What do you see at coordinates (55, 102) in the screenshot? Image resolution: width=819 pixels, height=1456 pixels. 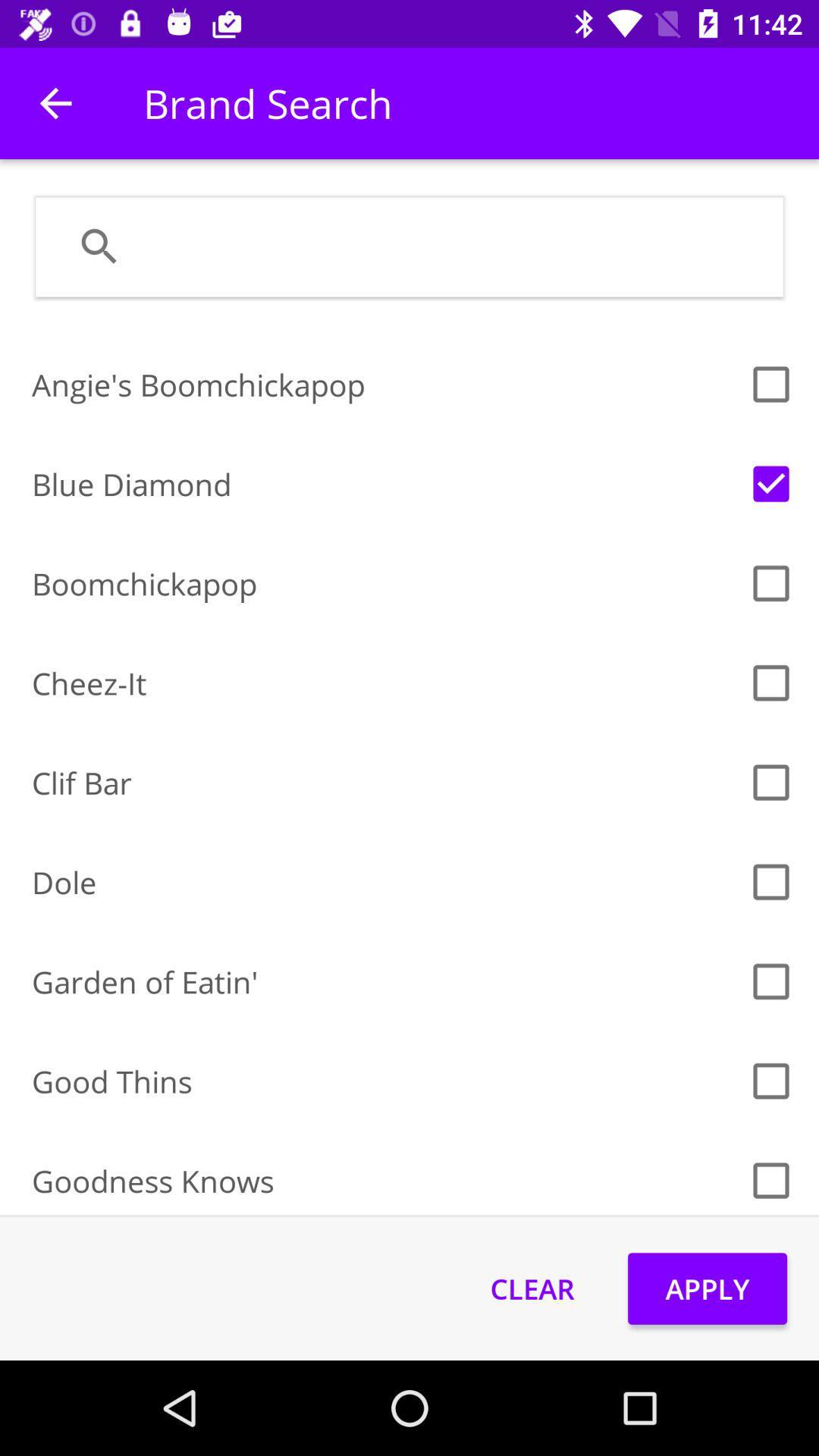 I see `go back` at bounding box center [55, 102].